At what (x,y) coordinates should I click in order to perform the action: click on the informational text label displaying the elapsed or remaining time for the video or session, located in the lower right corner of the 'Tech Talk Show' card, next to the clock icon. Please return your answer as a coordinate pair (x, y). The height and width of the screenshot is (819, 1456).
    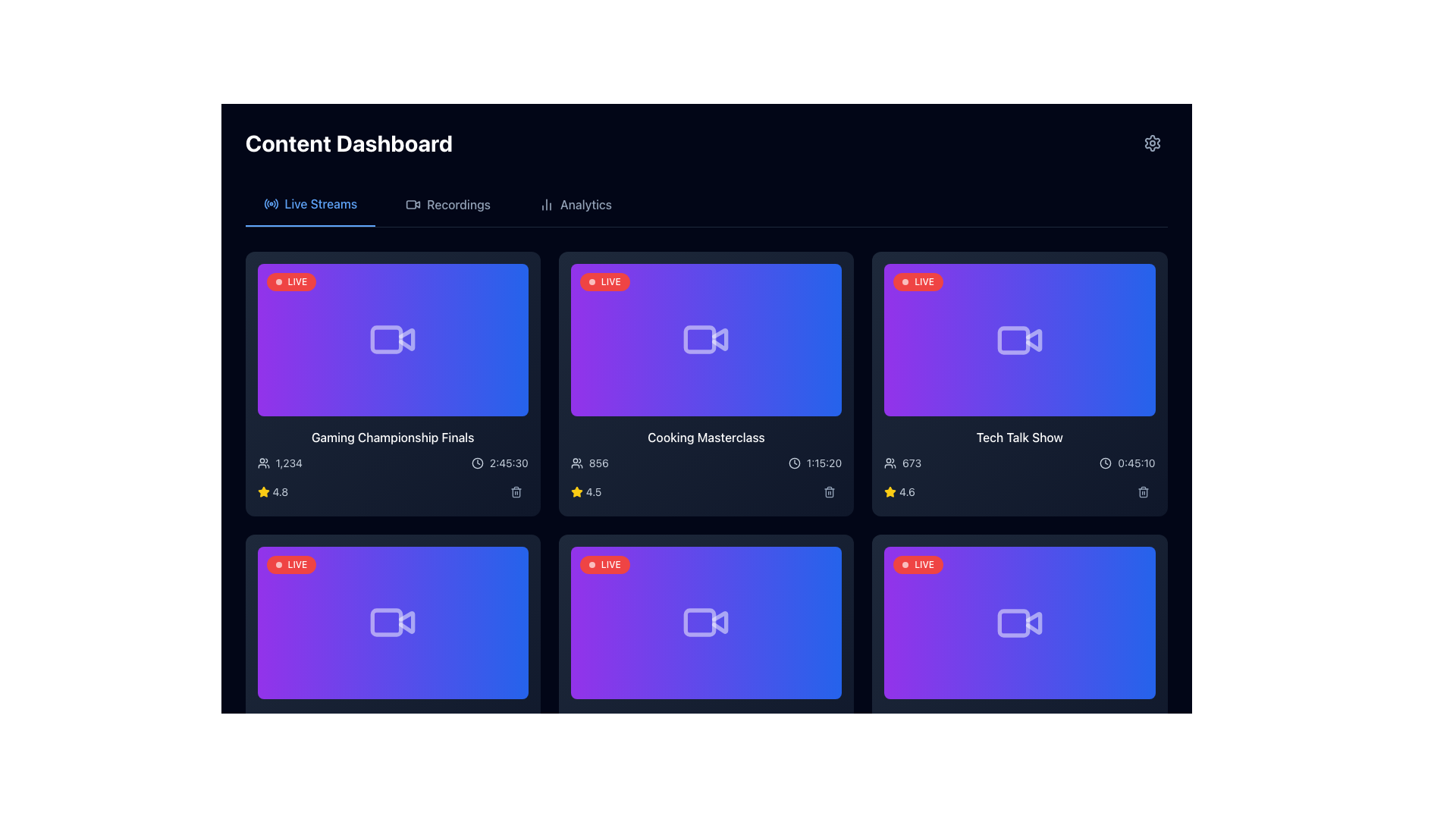
    Looking at the image, I should click on (1136, 462).